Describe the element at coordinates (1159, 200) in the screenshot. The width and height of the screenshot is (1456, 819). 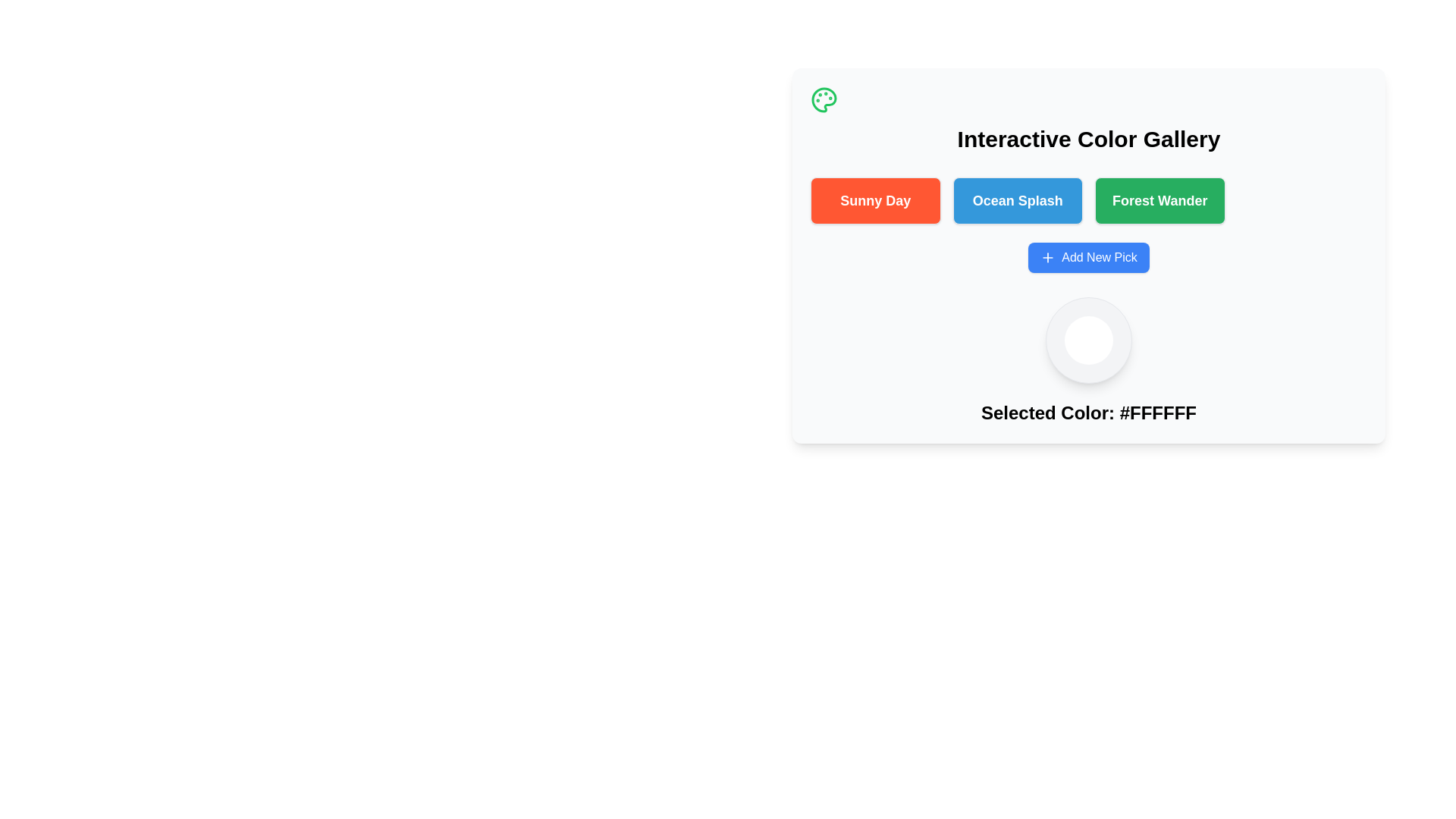
I see `the 'Forest Wander' label, which is part of an interactive button element positioned third from the left in a horizontal array of buttons` at that location.